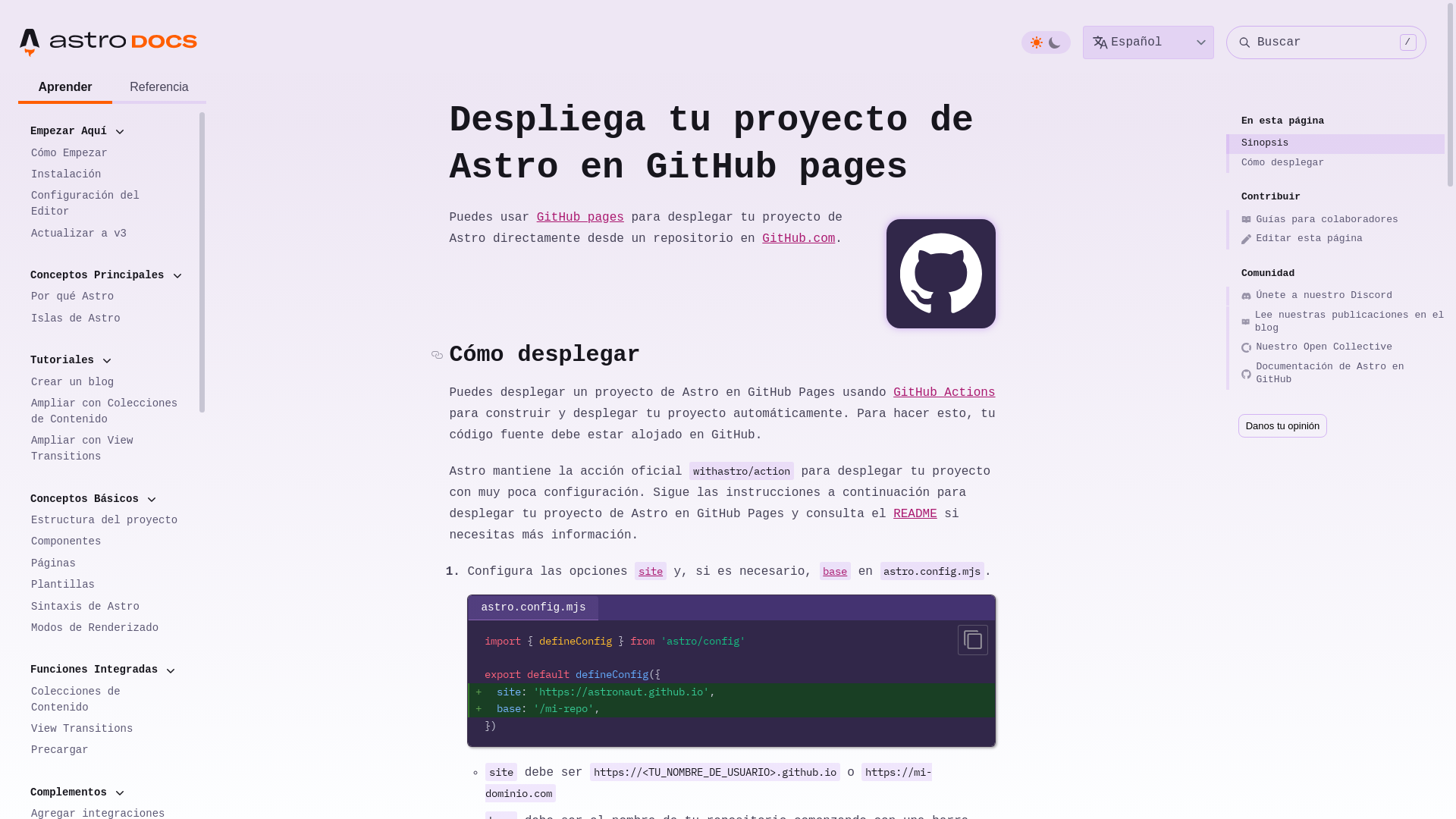  I want to click on 'Copiar al portapapeles', so click(972, 640).